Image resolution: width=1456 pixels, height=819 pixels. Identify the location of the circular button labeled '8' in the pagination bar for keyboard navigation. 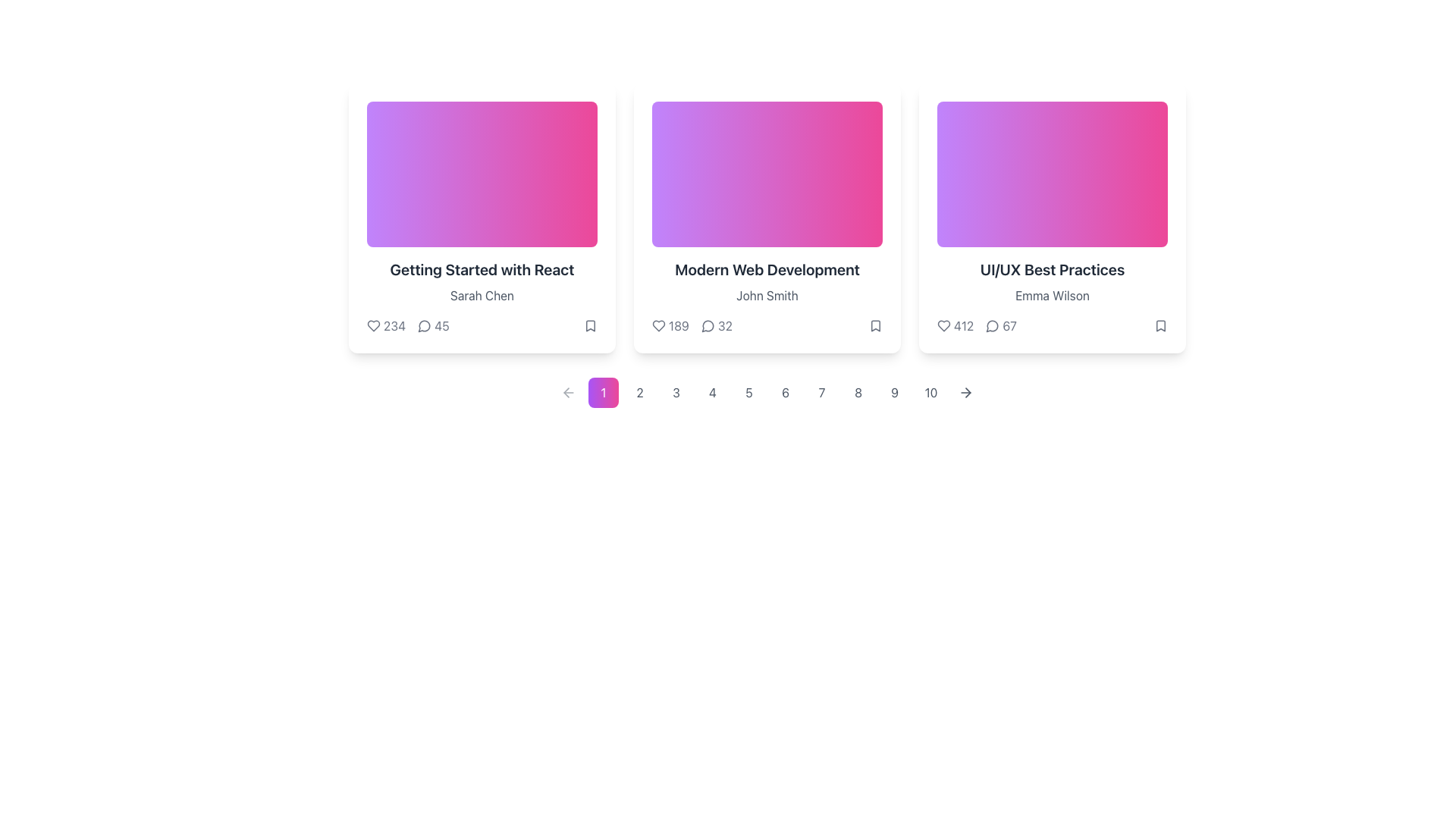
(858, 391).